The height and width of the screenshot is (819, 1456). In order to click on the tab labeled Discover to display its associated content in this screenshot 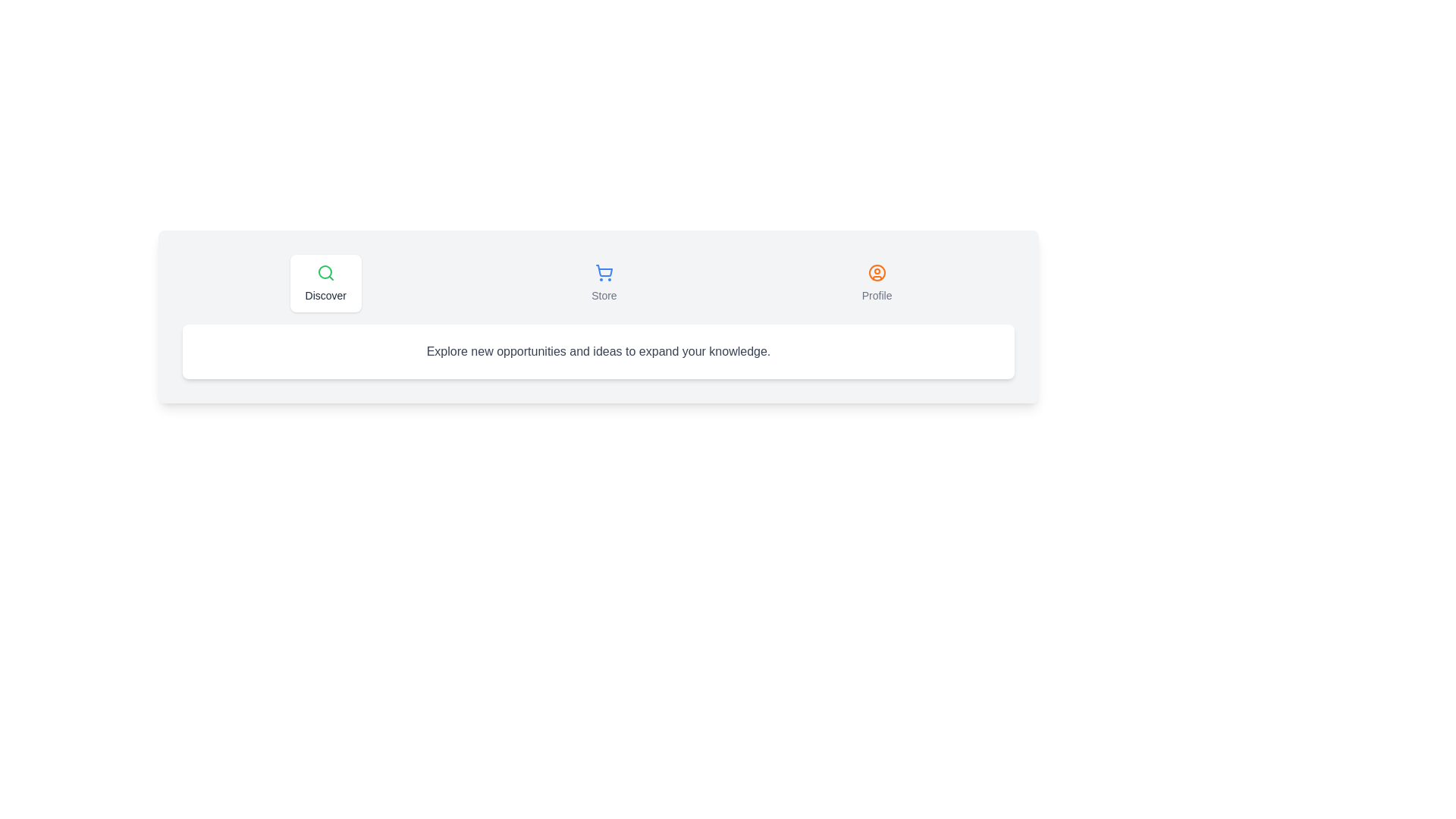, I will do `click(324, 284)`.